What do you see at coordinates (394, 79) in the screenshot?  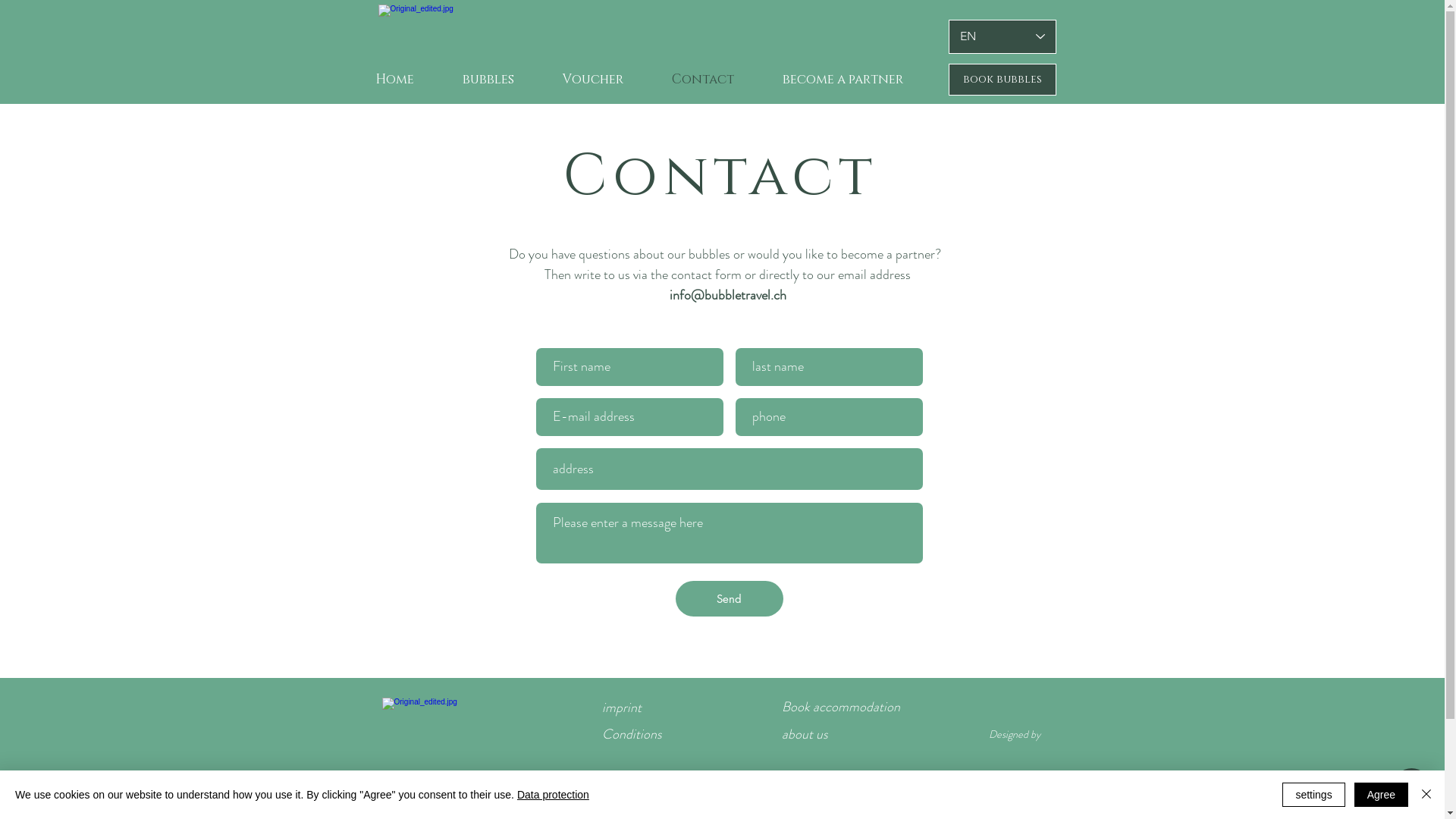 I see `'Home'` at bounding box center [394, 79].